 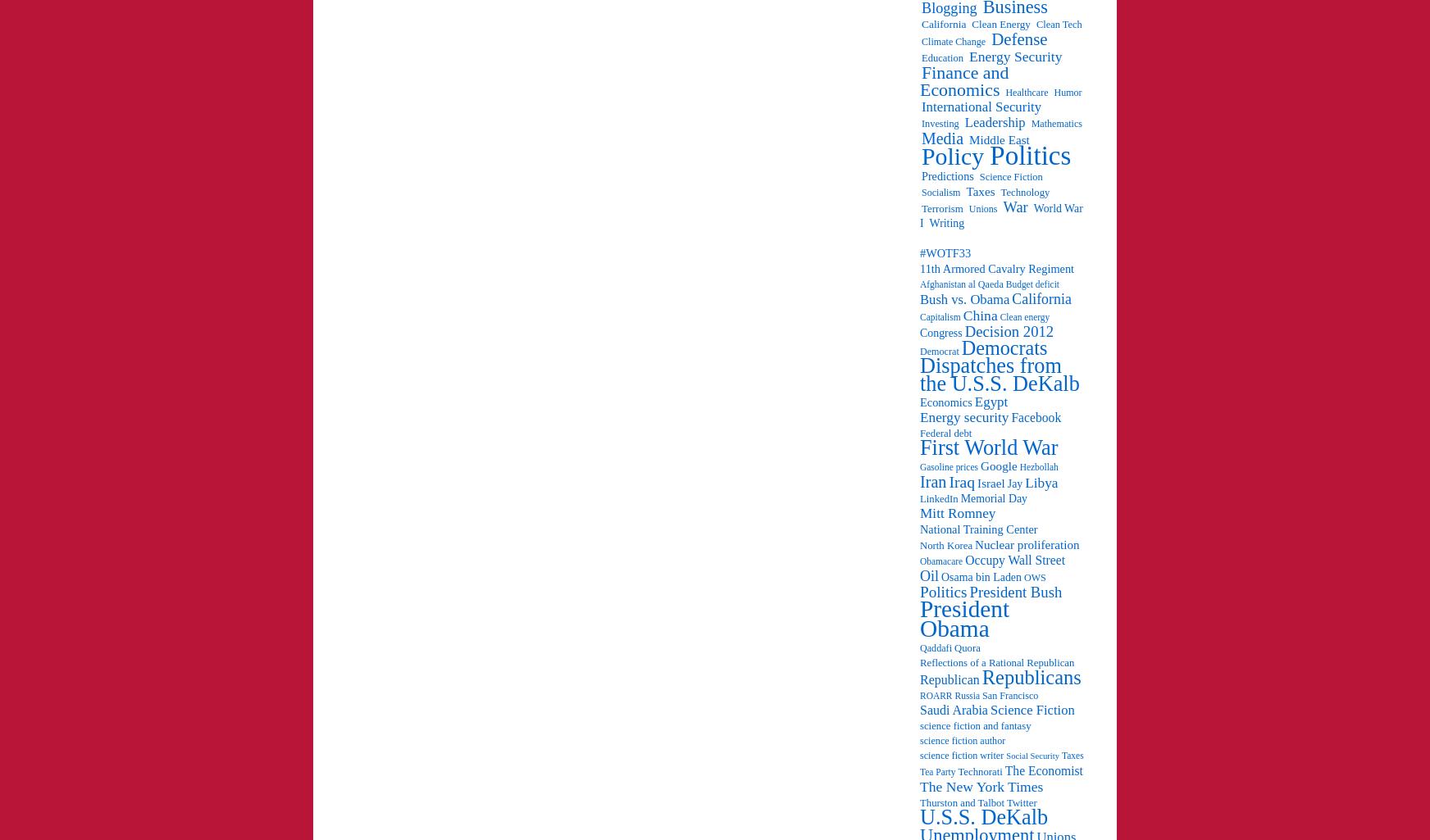 I want to click on 'Healthcare', so click(x=1027, y=92).